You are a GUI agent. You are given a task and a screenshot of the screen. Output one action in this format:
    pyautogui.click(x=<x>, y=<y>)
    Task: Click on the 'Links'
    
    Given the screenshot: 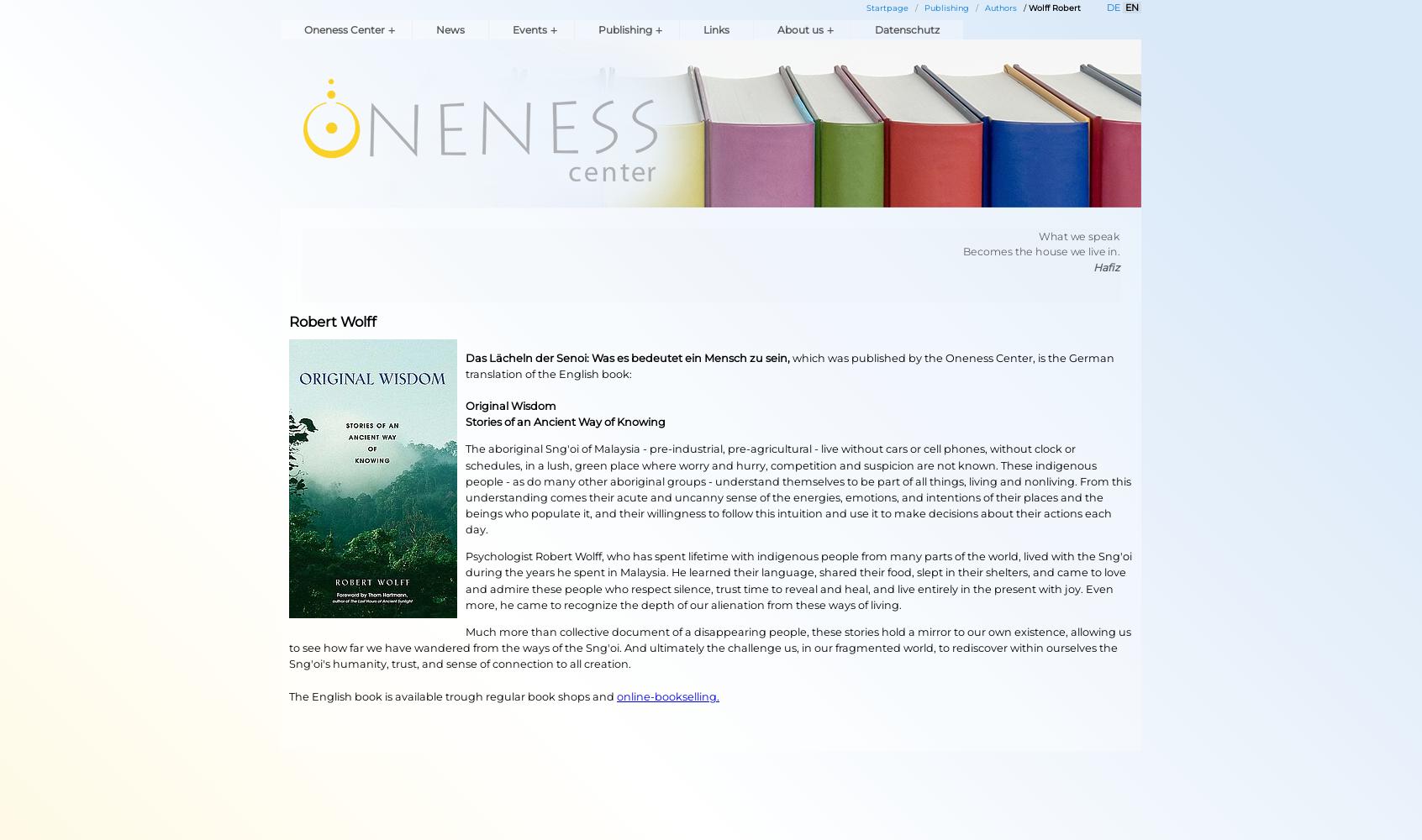 What is the action you would take?
    pyautogui.click(x=715, y=29)
    